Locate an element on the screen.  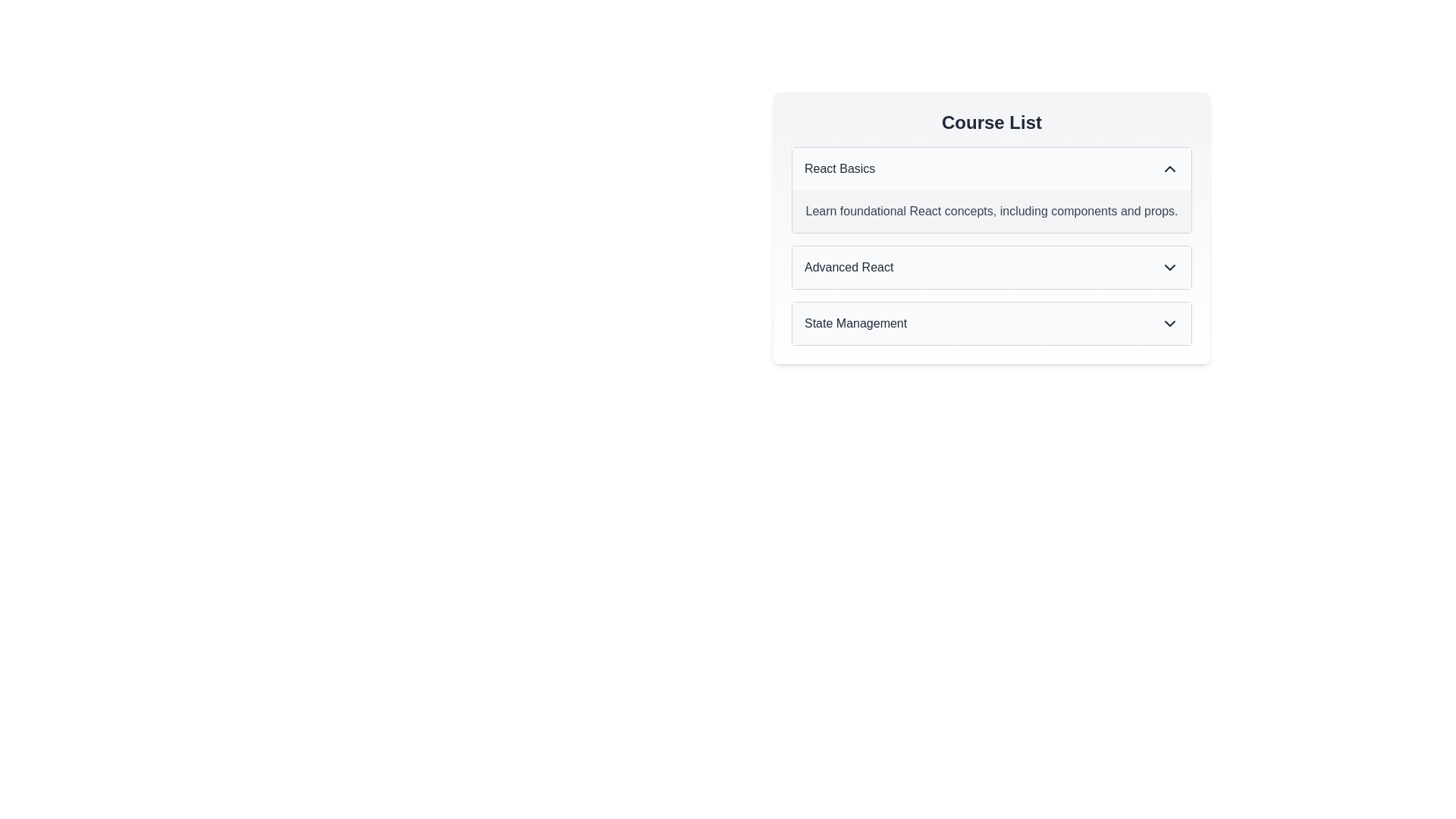
the 'State Management' text label is located at coordinates (855, 323).